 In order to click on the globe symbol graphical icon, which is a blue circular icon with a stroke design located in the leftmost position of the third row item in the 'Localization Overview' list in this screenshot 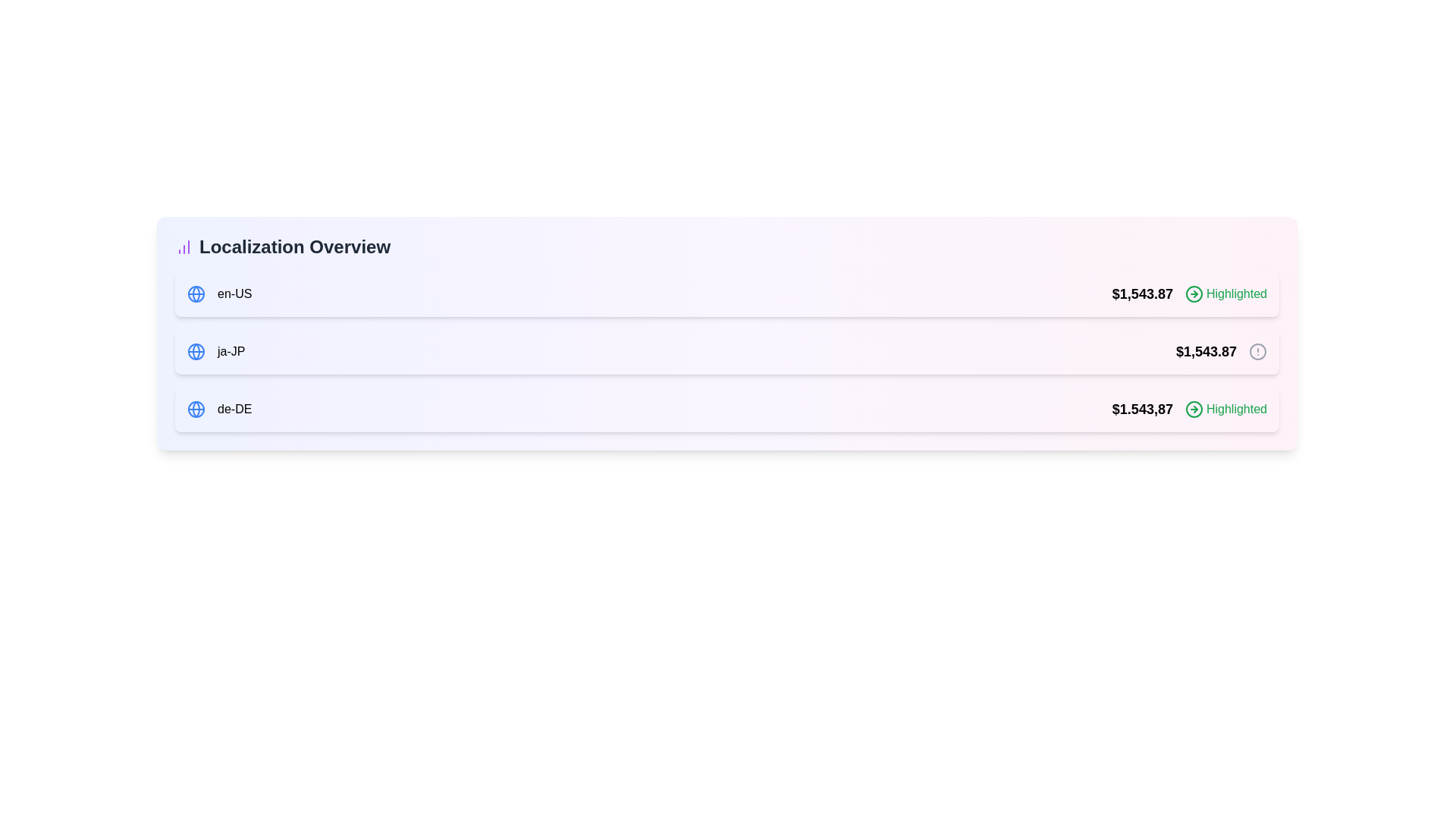, I will do `click(196, 409)`.